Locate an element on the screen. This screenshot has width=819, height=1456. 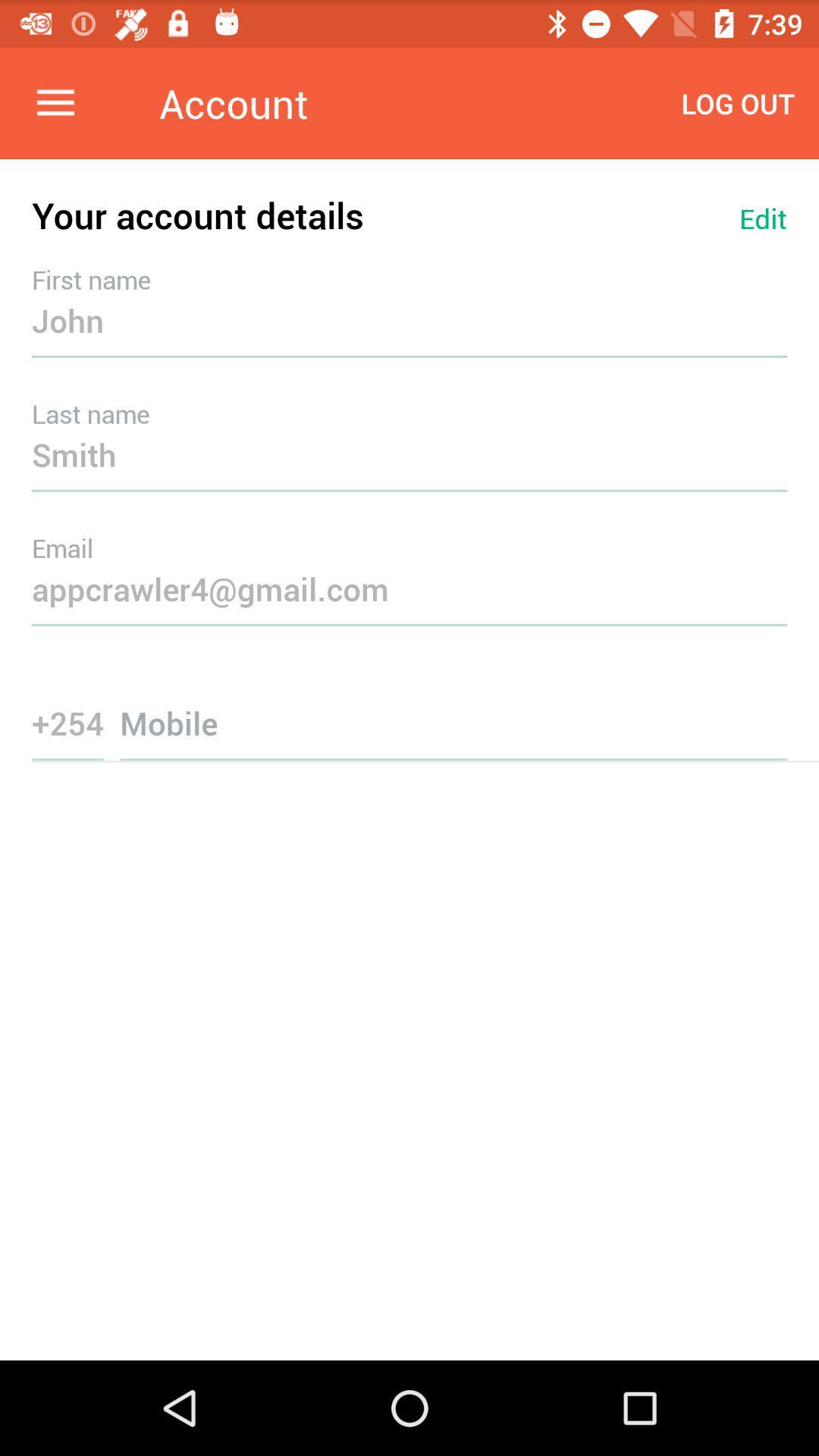
icon next to the account is located at coordinates (737, 102).